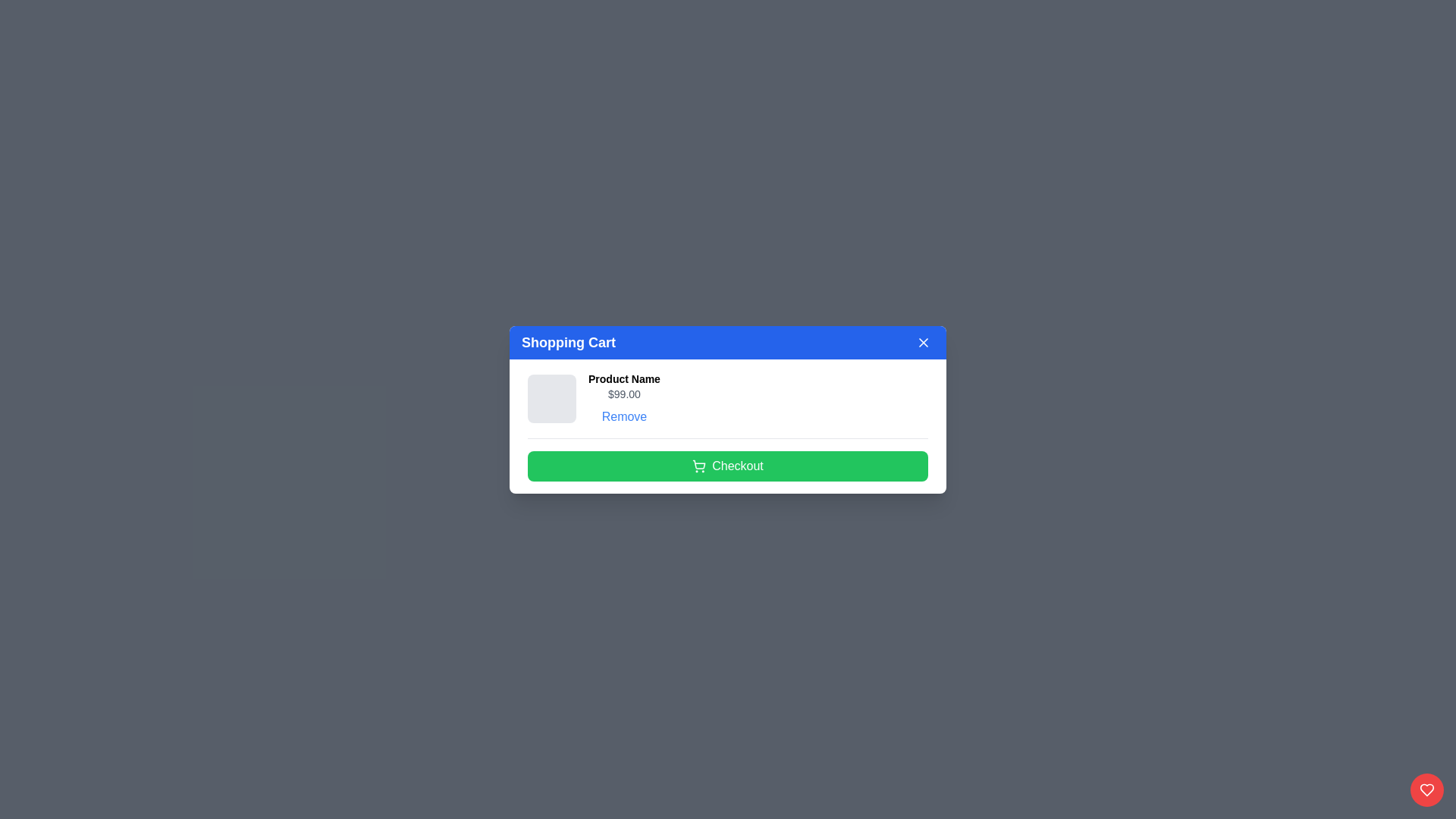 The width and height of the screenshot is (1456, 819). I want to click on the blue underlined text link labeled 'Remove' located in the shopping cart interface below the price '$99.00', so click(624, 416).